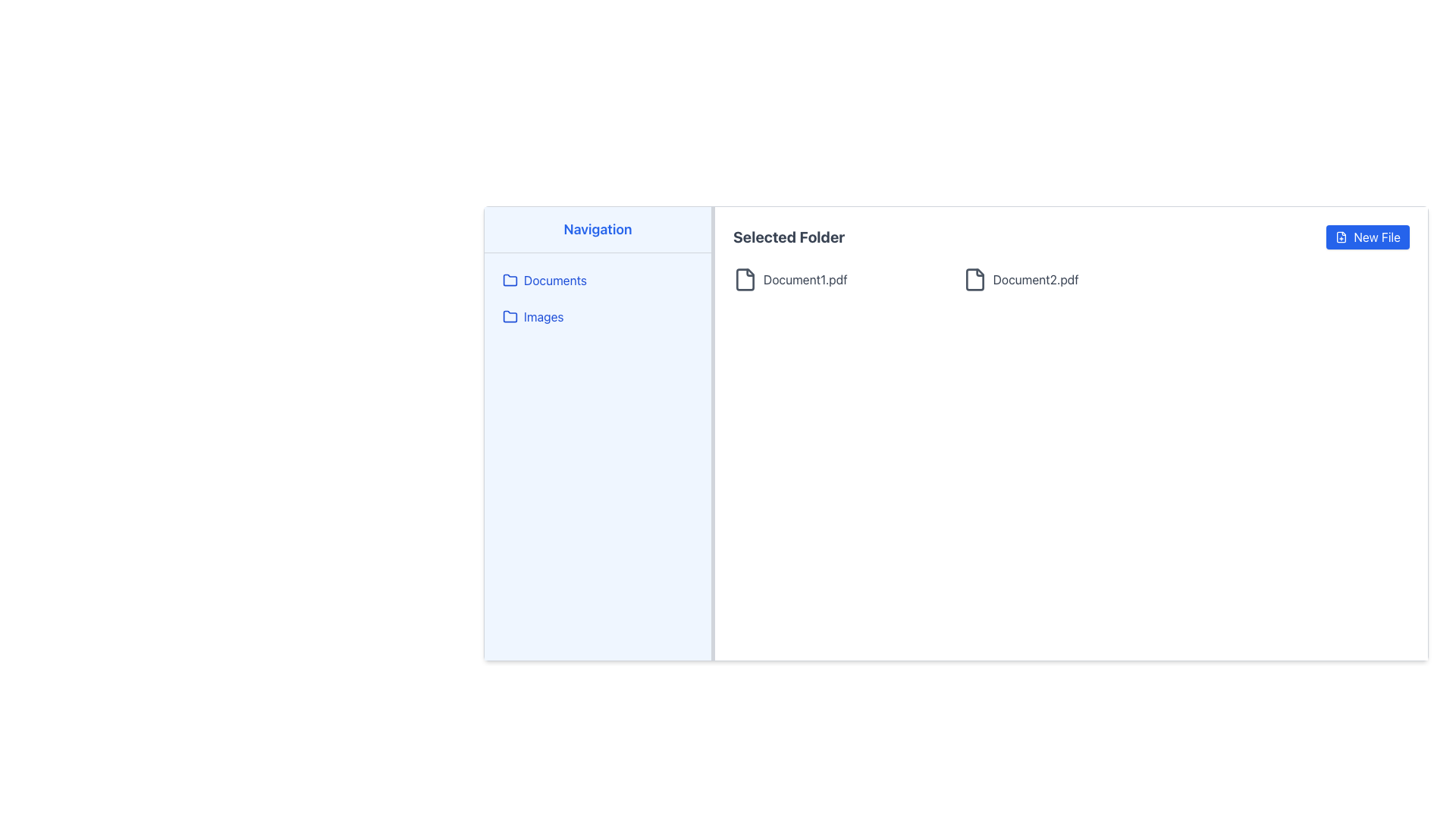 This screenshot has width=1456, height=819. I want to click on text of the 'New File' text label which is part of a blue button with rounded corners, located at the top-right corner of the interface, so click(1377, 237).